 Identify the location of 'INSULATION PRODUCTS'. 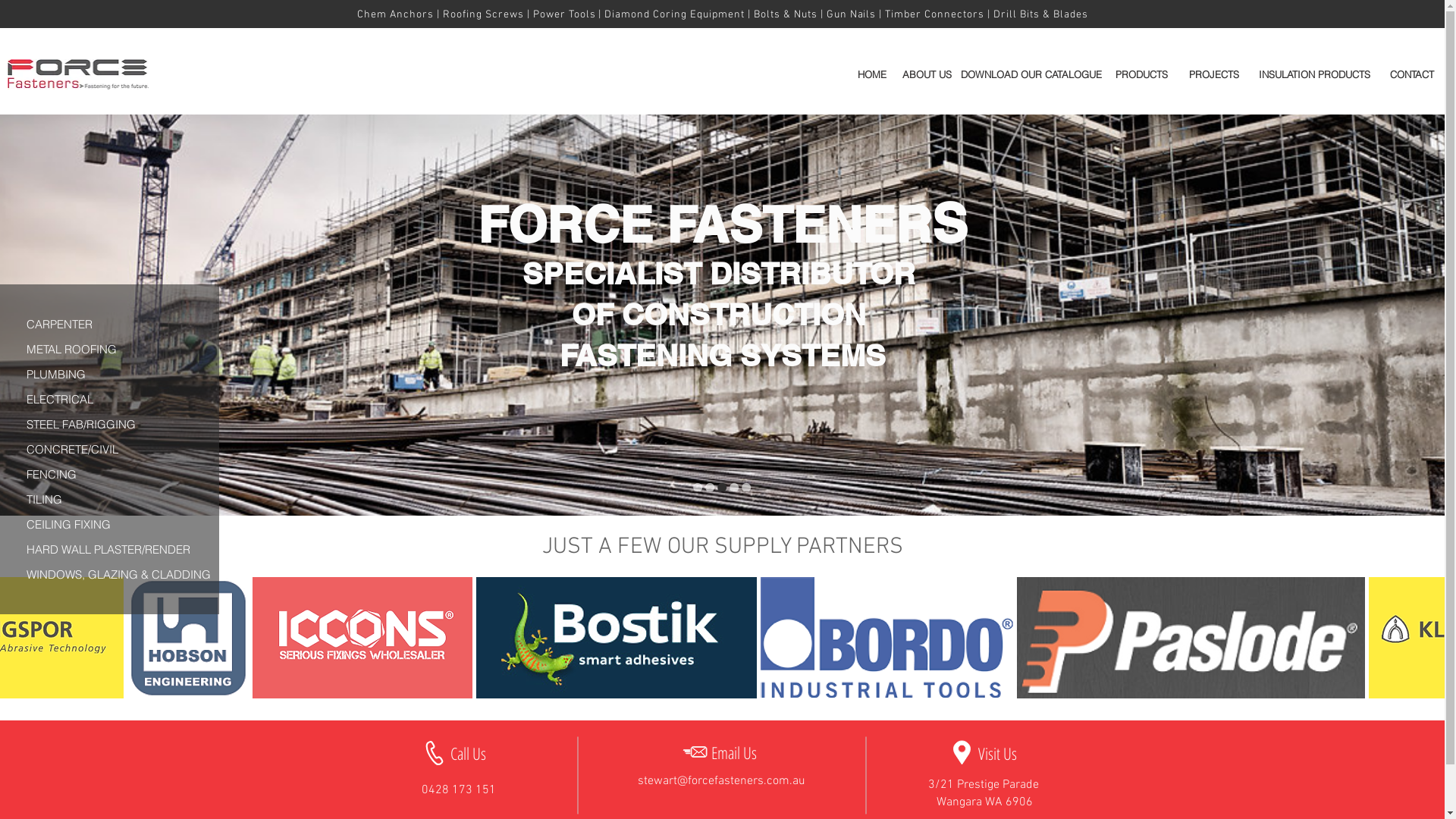
(1250, 74).